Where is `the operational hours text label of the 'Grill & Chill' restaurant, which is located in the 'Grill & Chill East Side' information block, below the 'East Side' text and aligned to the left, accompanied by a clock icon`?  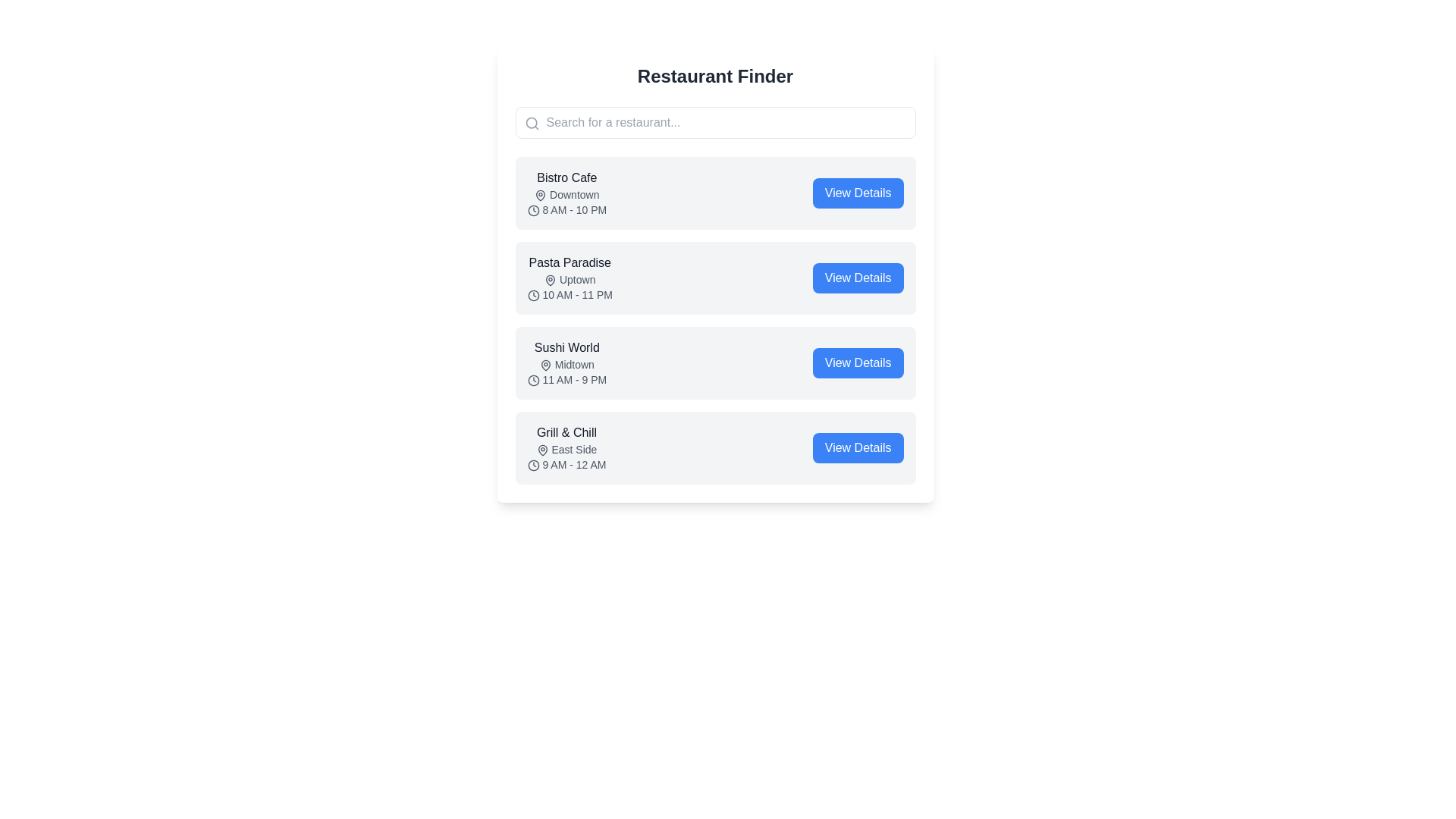 the operational hours text label of the 'Grill & Chill' restaurant, which is located in the 'Grill & Chill East Side' information block, below the 'East Side' text and aligned to the left, accompanied by a clock icon is located at coordinates (566, 464).